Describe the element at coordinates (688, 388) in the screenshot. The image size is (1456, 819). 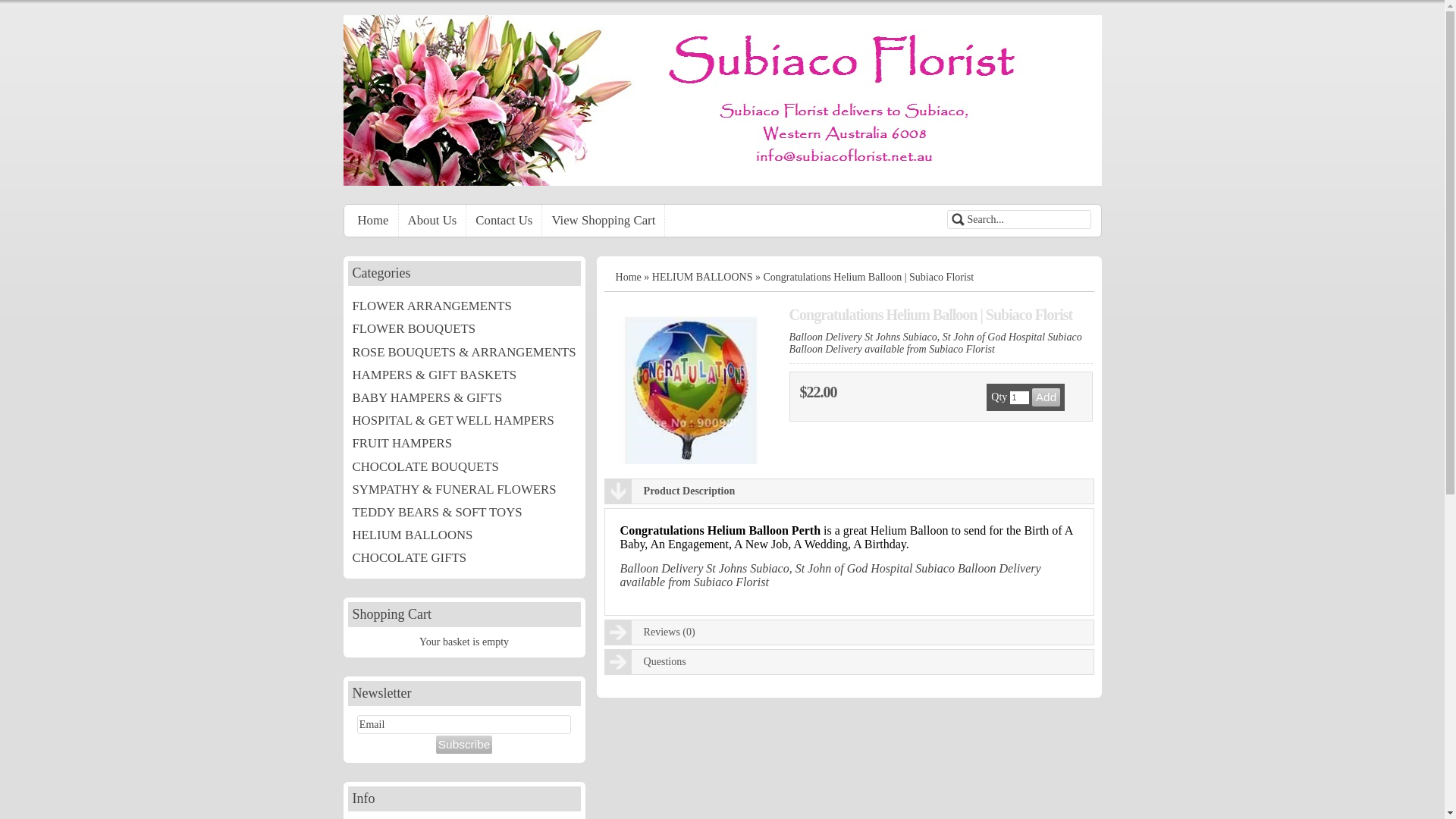
I see `'Congratulations Helium Balloon | Subiaco Florist'` at that location.